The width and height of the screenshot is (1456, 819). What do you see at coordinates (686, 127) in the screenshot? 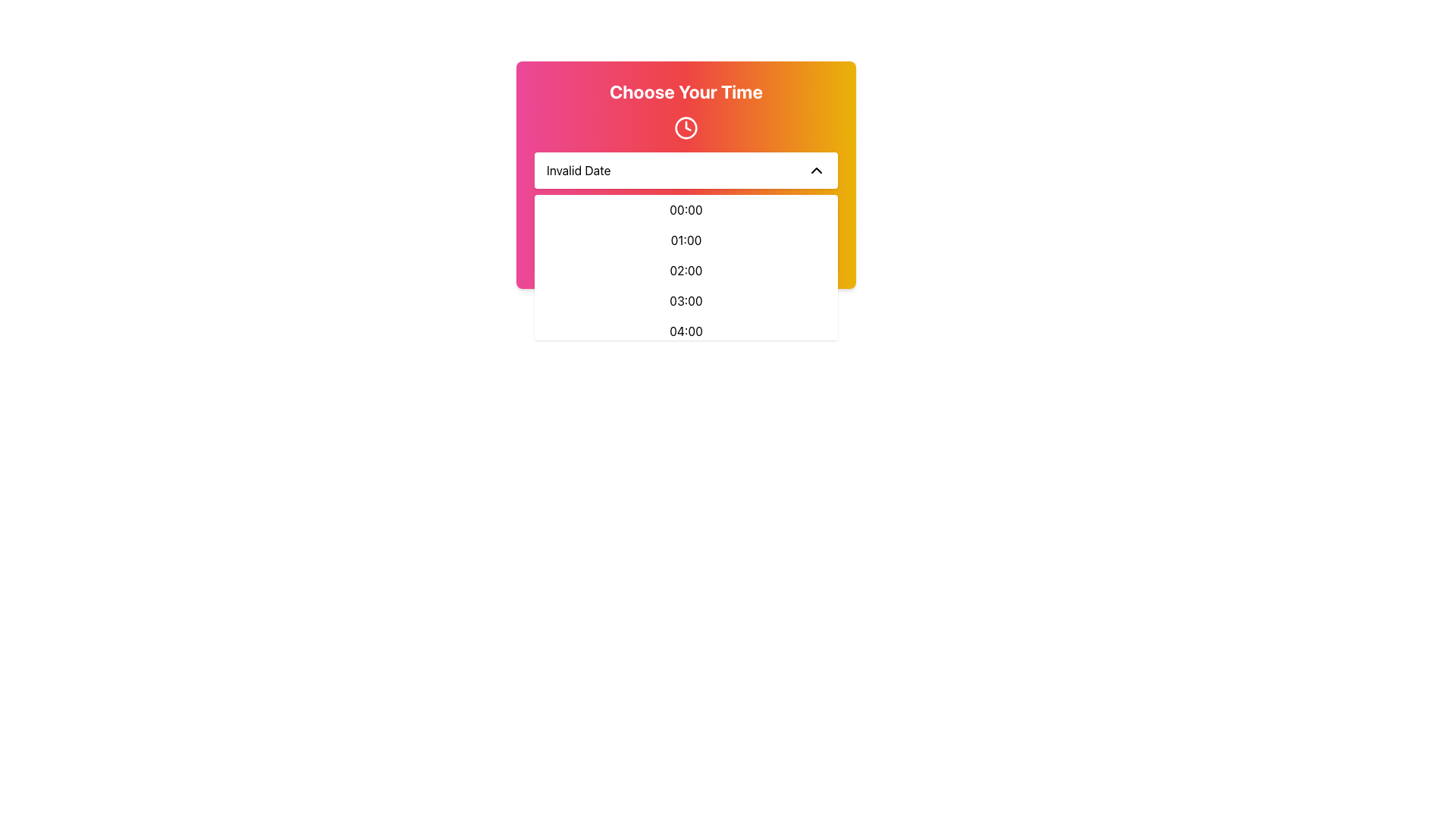
I see `the clock icon, which is a circular element with a modern line design and located centrally below the 'Choose Your Time' text` at bounding box center [686, 127].